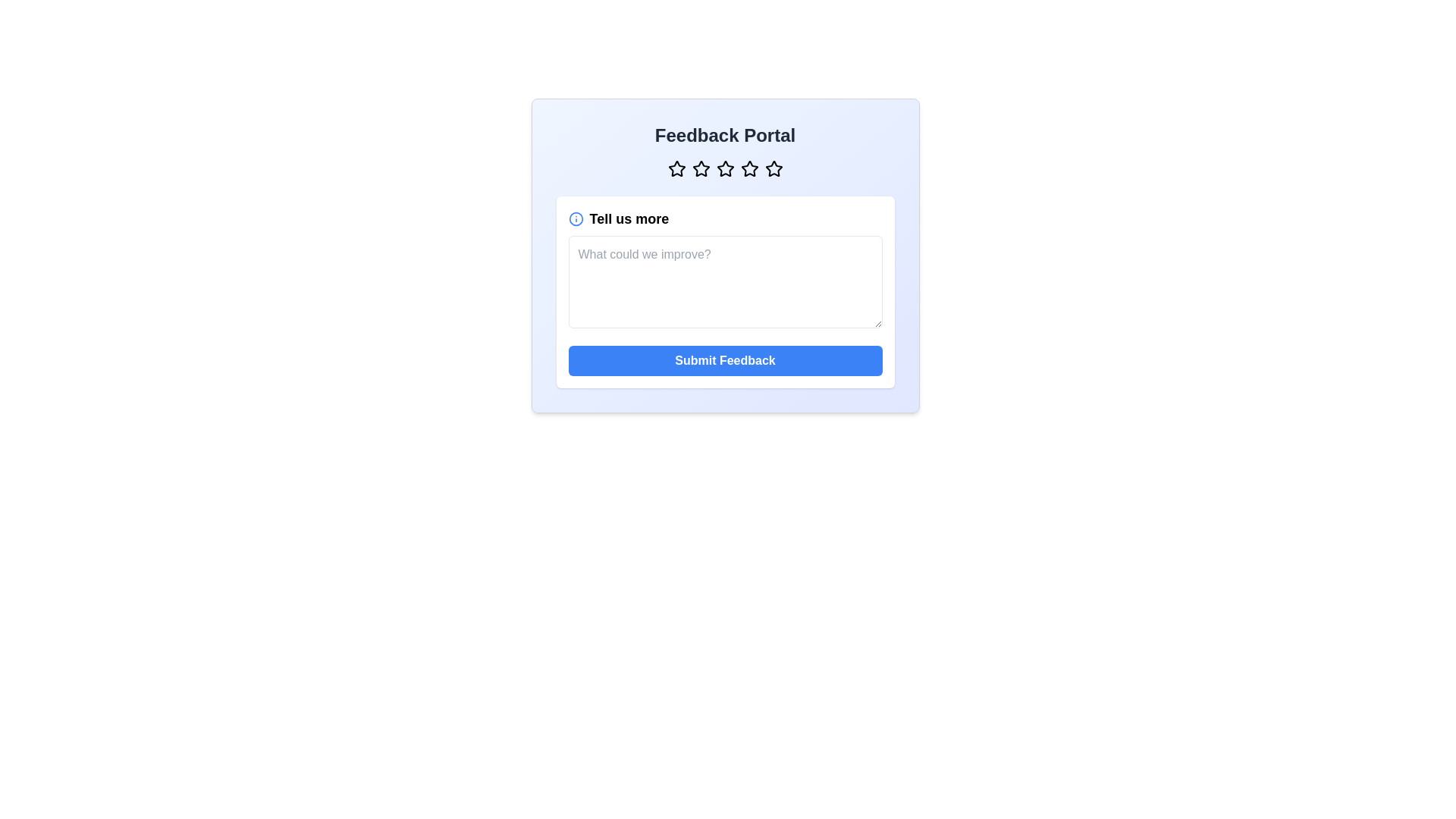 This screenshot has width=1456, height=819. Describe the element at coordinates (575, 219) in the screenshot. I see `the decorative circle within the SVG graphic, which is part of the icon indicating additional information related to the 'Tell us more' text input` at that location.